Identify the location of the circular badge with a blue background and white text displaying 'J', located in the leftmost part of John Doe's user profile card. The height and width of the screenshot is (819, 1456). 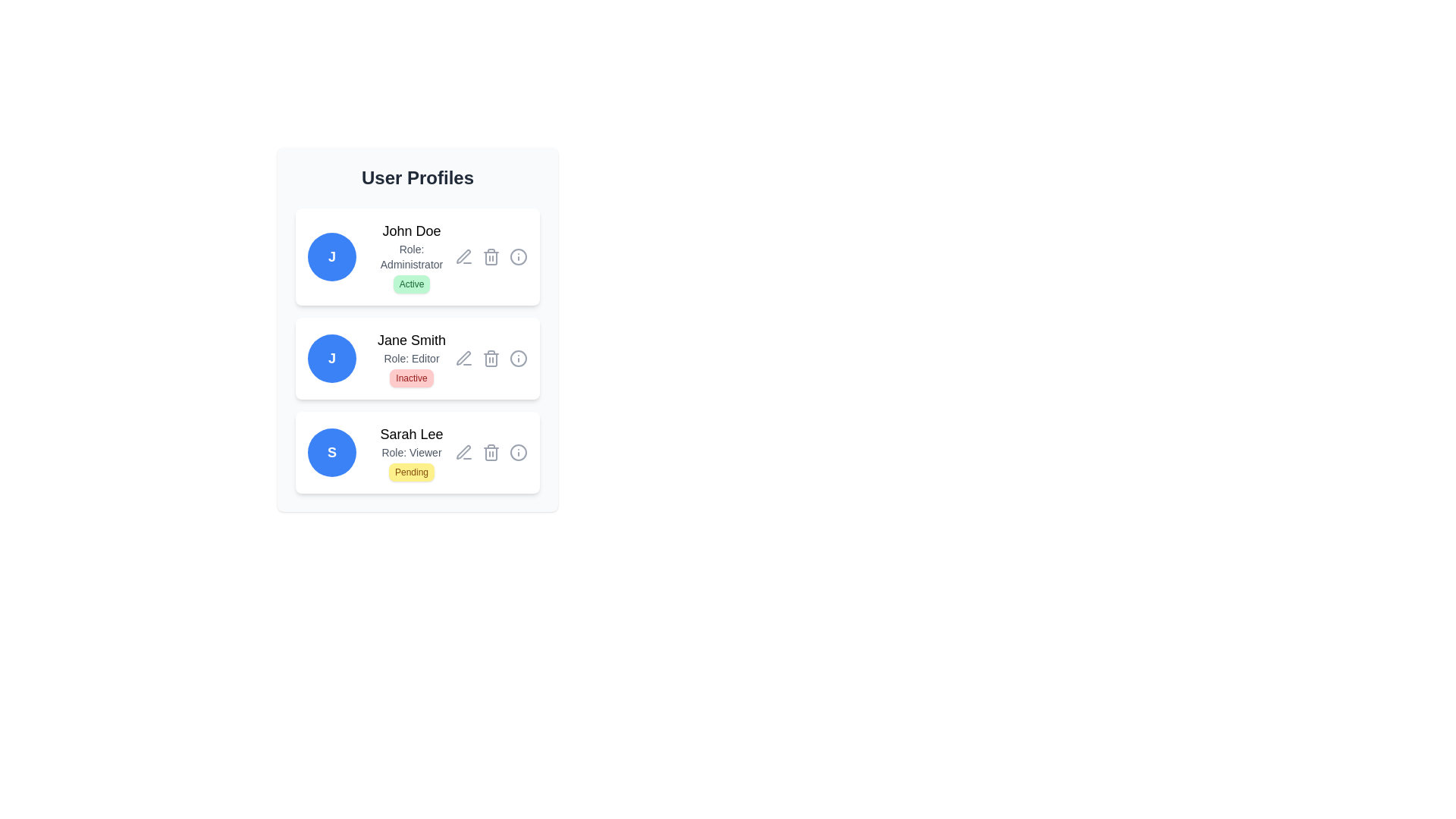
(331, 256).